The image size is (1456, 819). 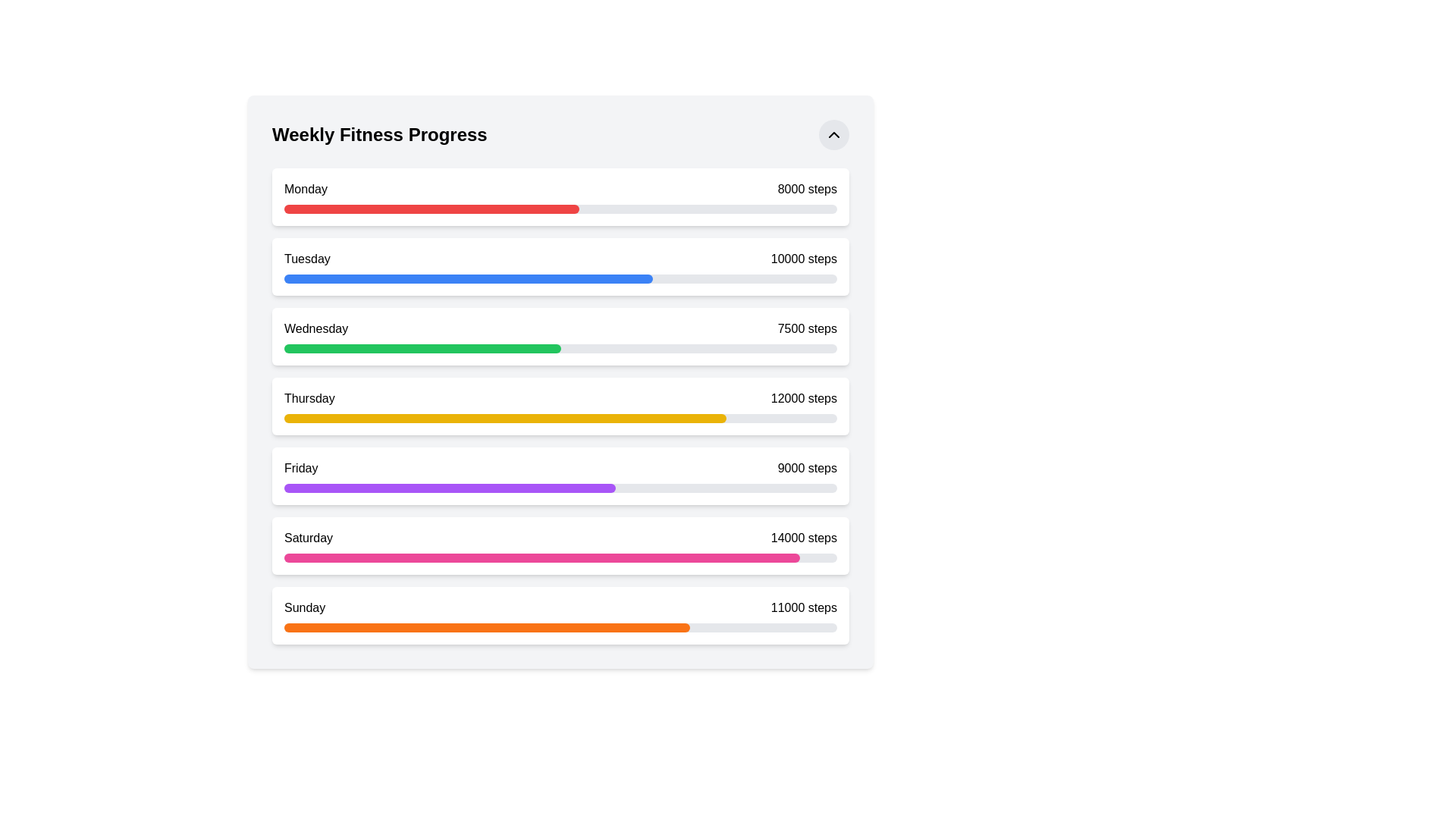 What do you see at coordinates (308, 537) in the screenshot?
I see `the 'Saturday' text label in the weekly progress interface to emphasize it` at bounding box center [308, 537].